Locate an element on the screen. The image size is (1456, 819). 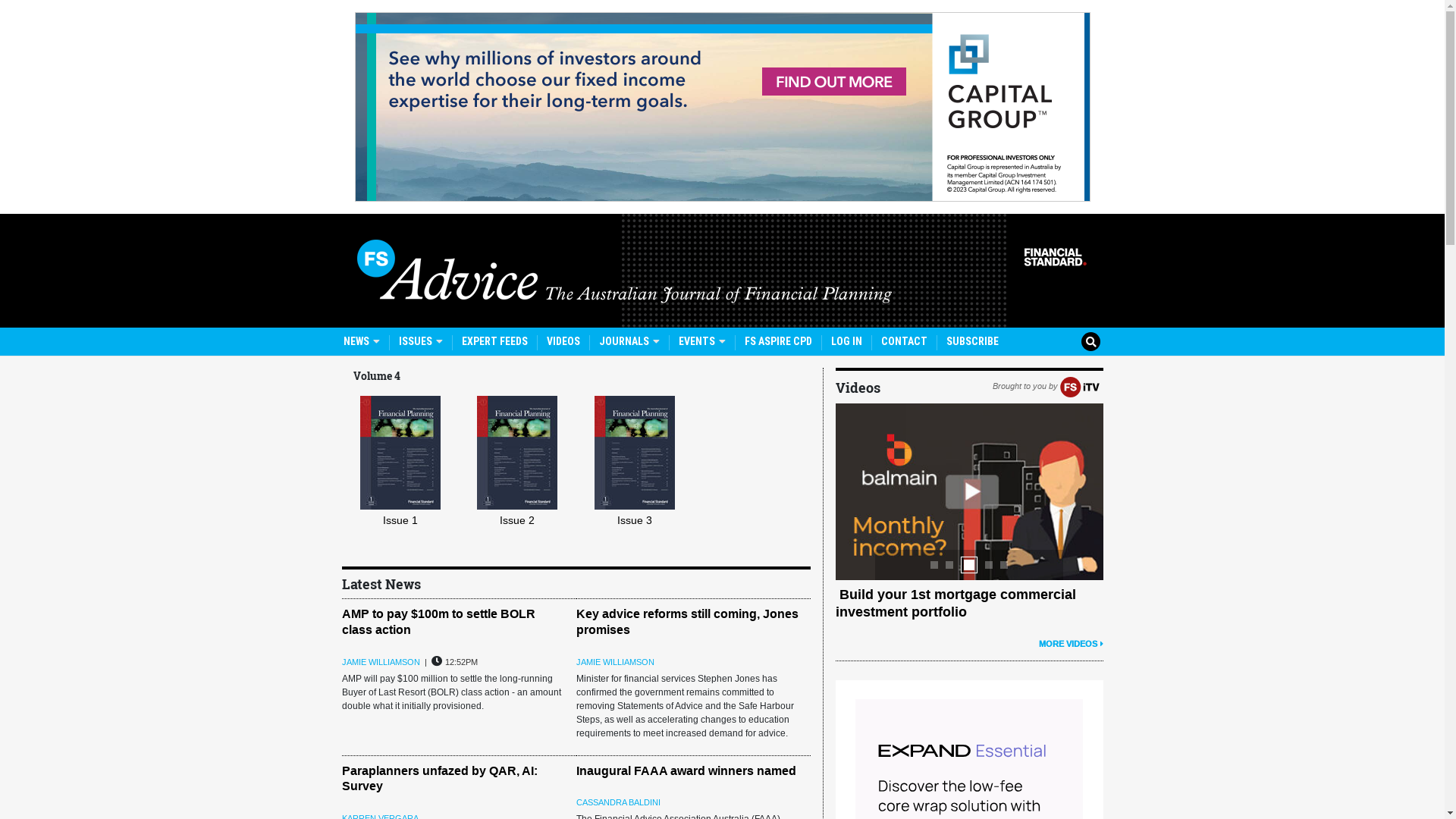
'FSiTV' is located at coordinates (1079, 385).